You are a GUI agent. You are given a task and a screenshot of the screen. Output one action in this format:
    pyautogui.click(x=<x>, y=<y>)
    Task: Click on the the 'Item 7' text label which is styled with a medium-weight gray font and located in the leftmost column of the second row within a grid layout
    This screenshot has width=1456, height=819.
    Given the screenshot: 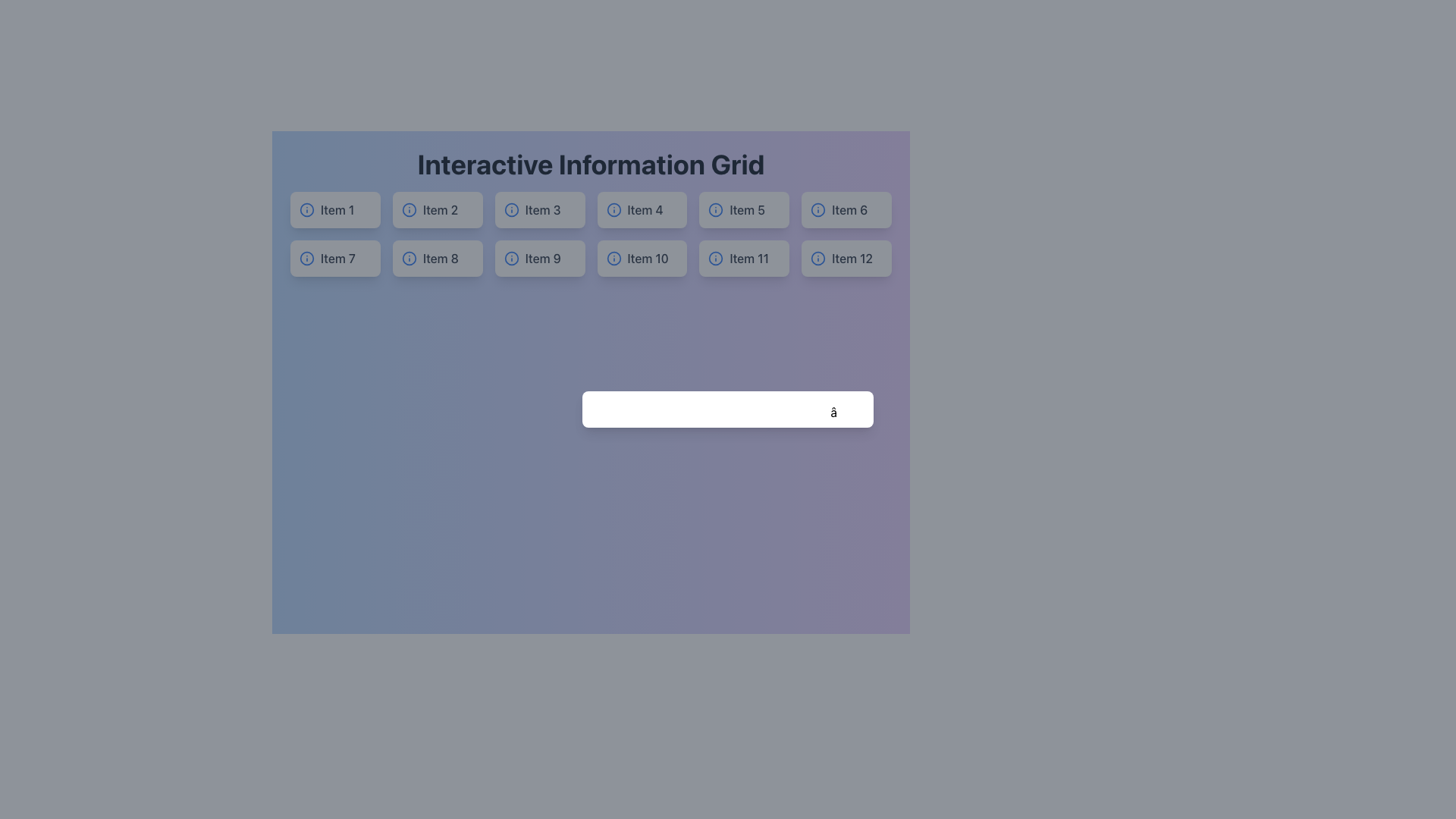 What is the action you would take?
    pyautogui.click(x=337, y=257)
    